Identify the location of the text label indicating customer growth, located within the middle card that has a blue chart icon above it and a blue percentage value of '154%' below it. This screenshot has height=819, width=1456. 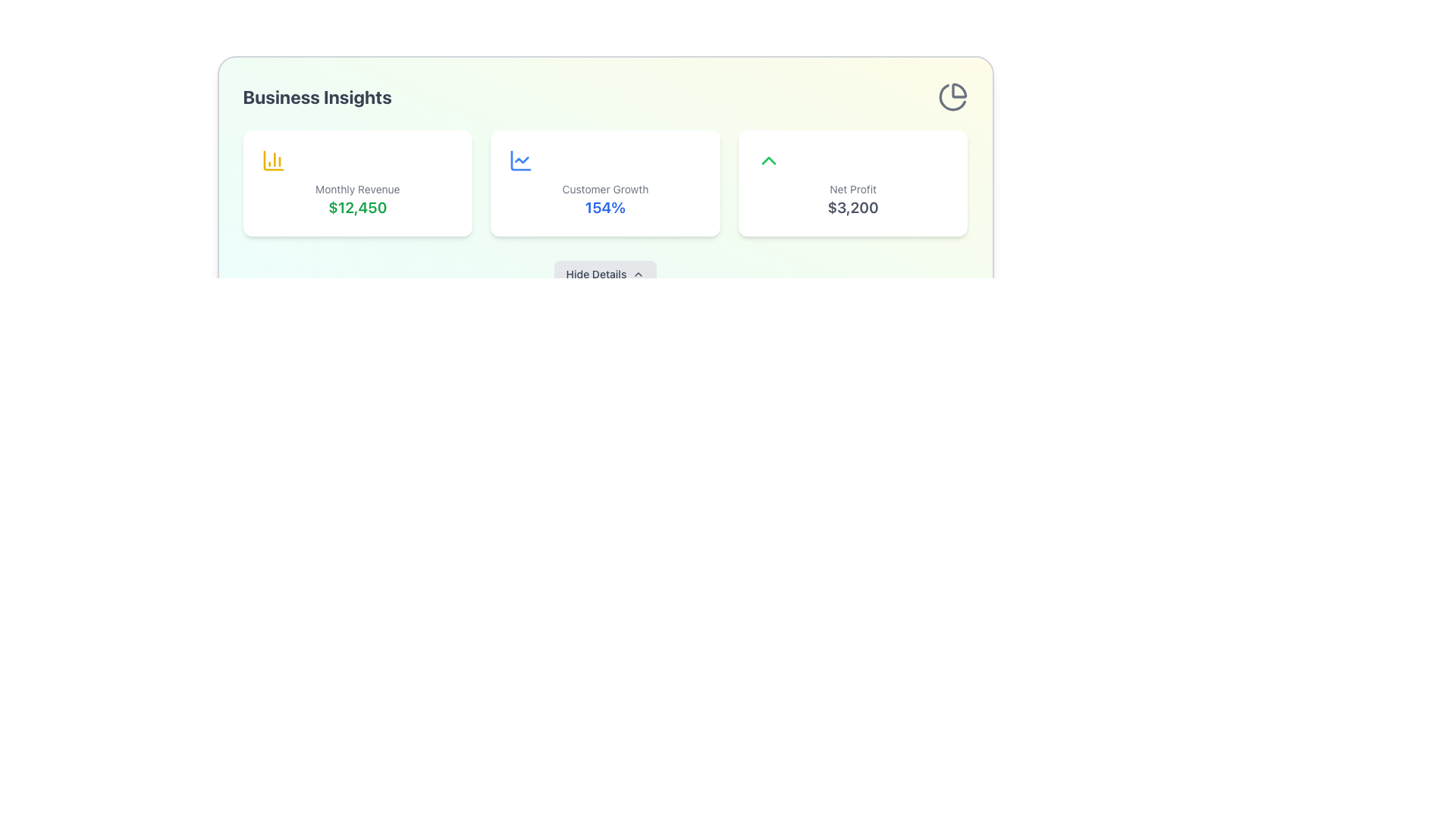
(604, 189).